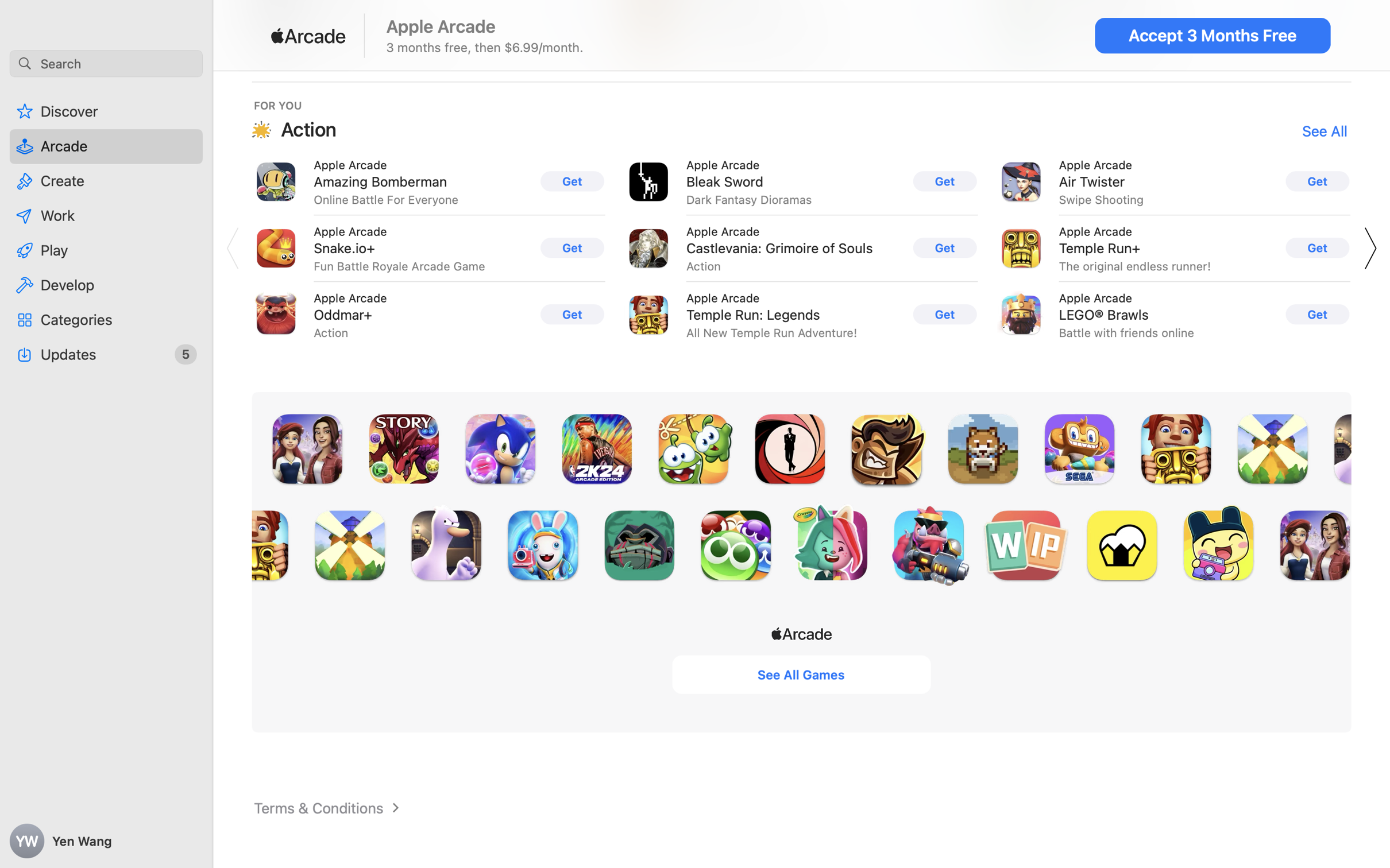 The image size is (1390, 868). What do you see at coordinates (106, 841) in the screenshot?
I see `'Yen Wang'` at bounding box center [106, 841].